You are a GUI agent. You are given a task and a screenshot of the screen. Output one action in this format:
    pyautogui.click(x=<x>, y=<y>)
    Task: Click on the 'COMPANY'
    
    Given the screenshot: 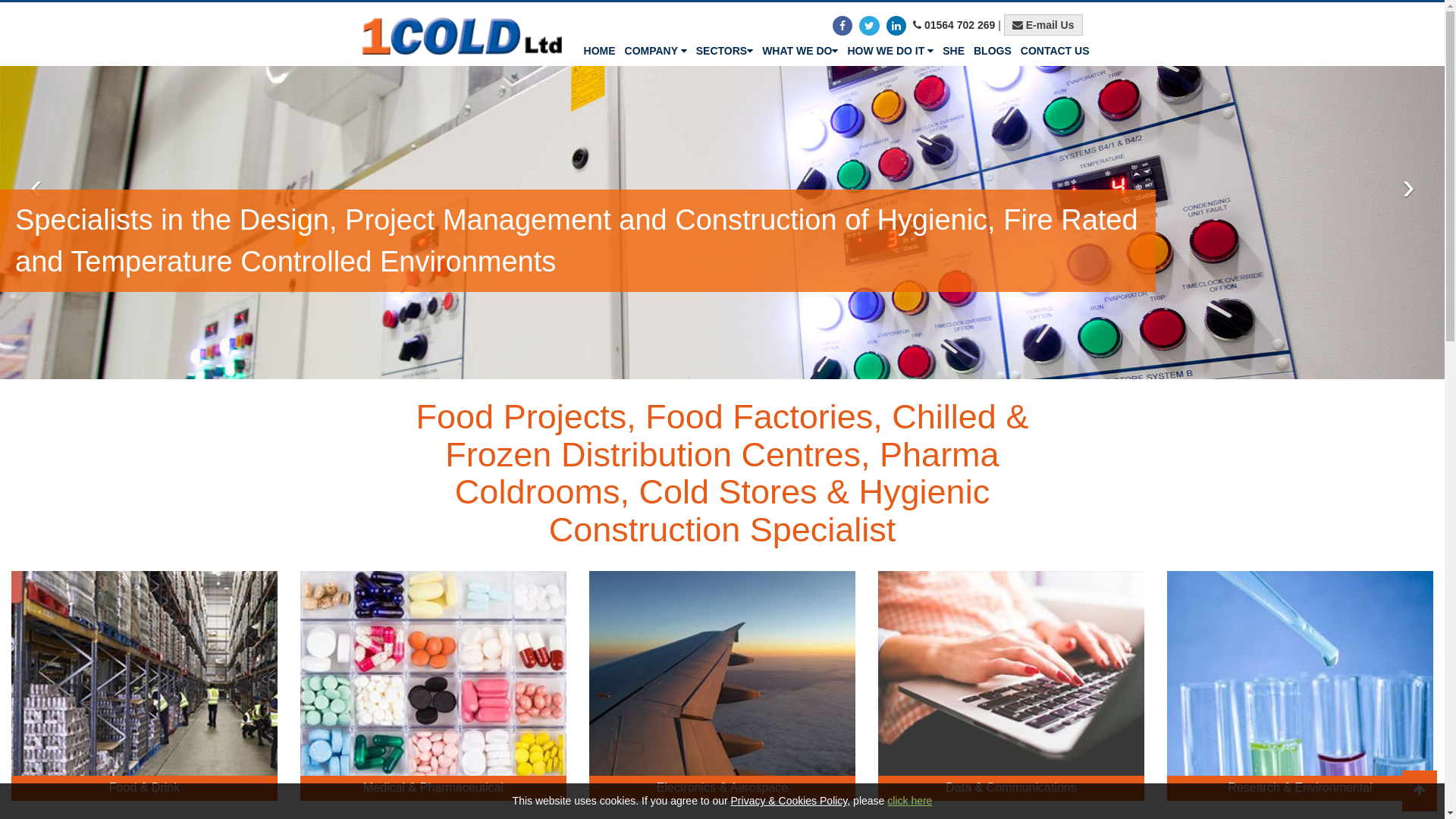 What is the action you would take?
    pyautogui.click(x=655, y=49)
    